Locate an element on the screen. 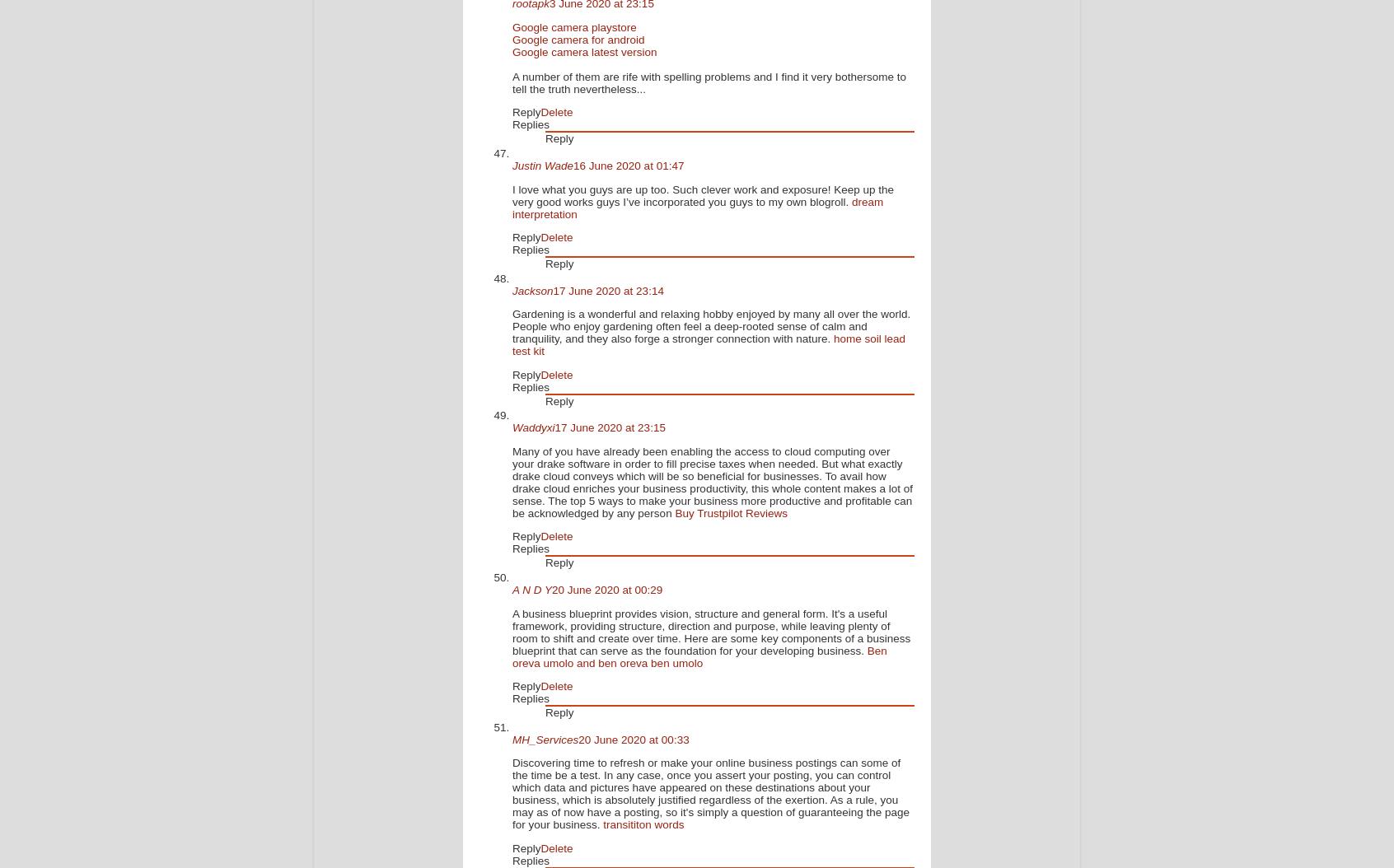 The height and width of the screenshot is (868, 1394). 'Google camera latest version' is located at coordinates (511, 50).